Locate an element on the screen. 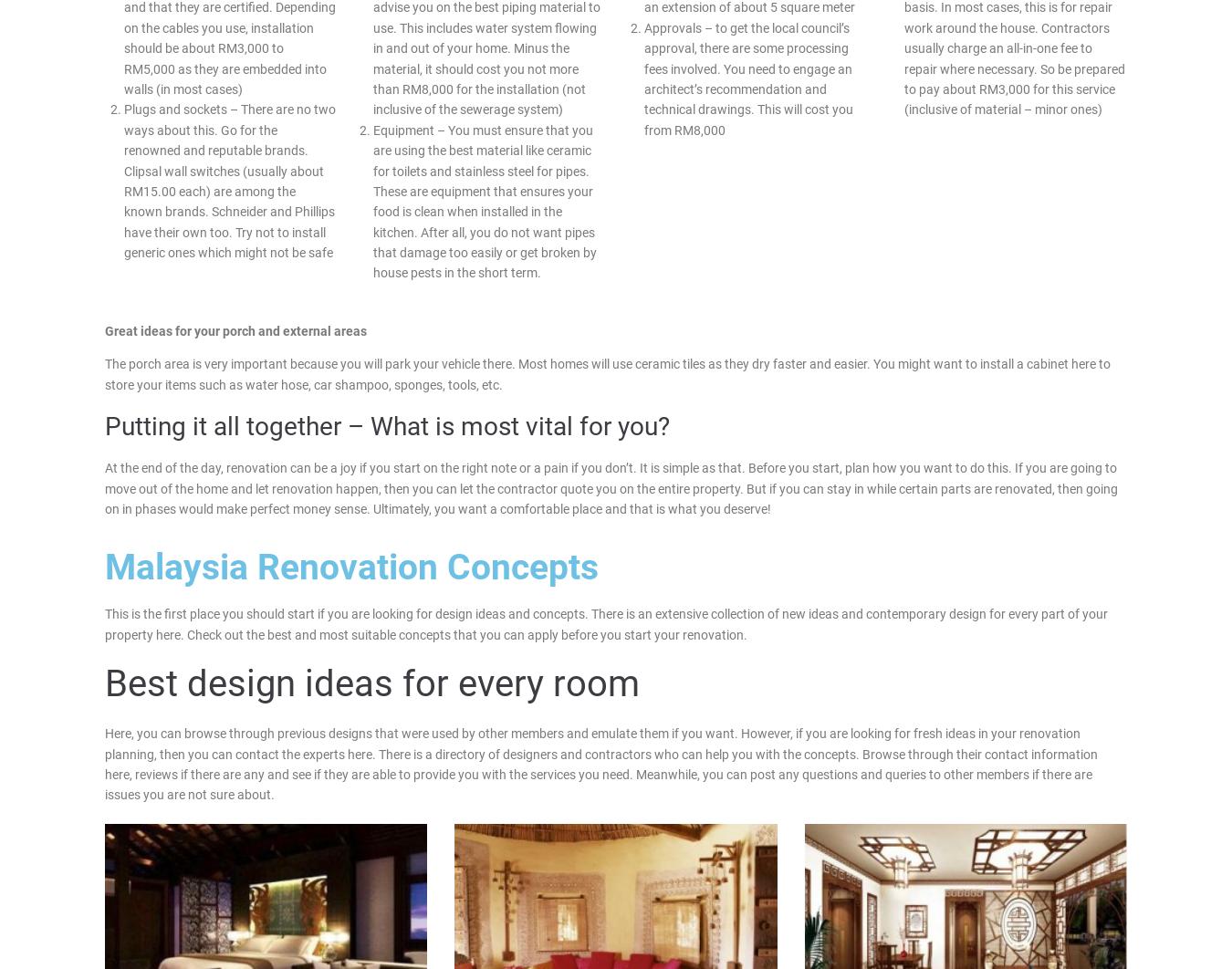  'Malaysia Renovation Concepts' is located at coordinates (351, 568).